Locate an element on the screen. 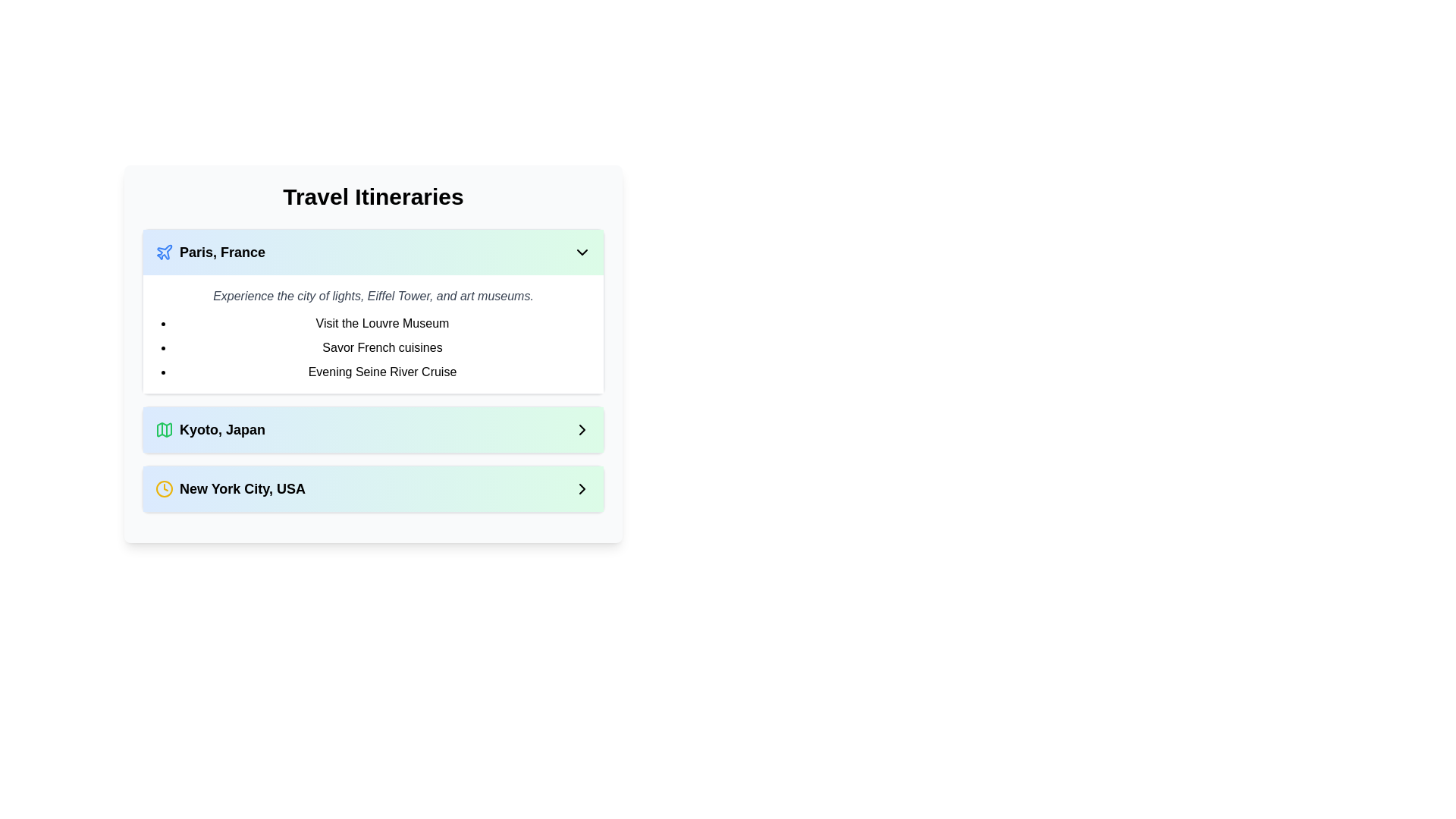  the decorative icon representing a map or navigation concept for 'Kyoto, Japan' located on the left side of the 'Travel Itineraries' interface, positioned between 'Paris, France' and 'New York City, USA' is located at coordinates (164, 430).